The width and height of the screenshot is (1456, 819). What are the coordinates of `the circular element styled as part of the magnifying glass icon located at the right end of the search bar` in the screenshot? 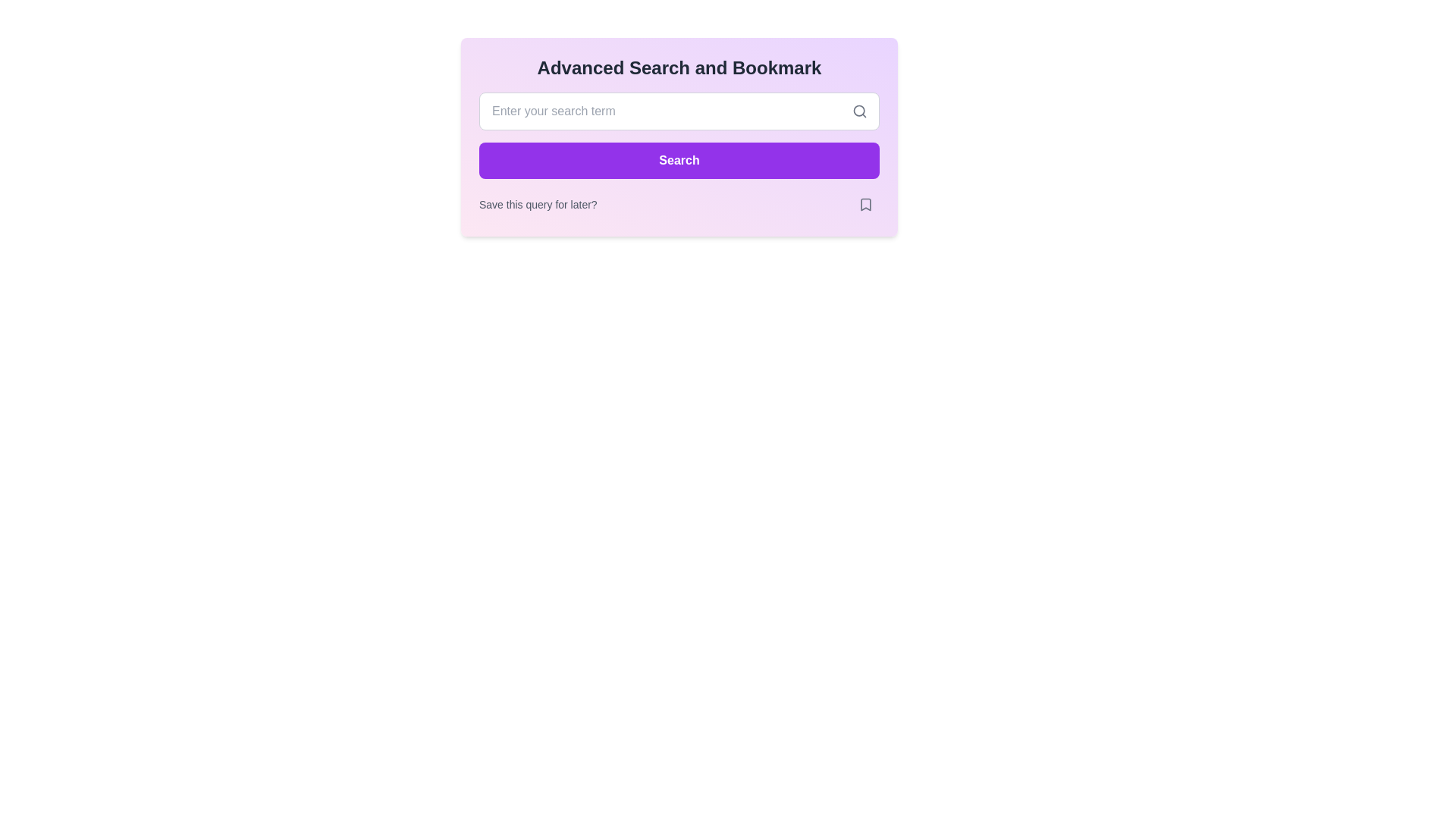 It's located at (859, 110).